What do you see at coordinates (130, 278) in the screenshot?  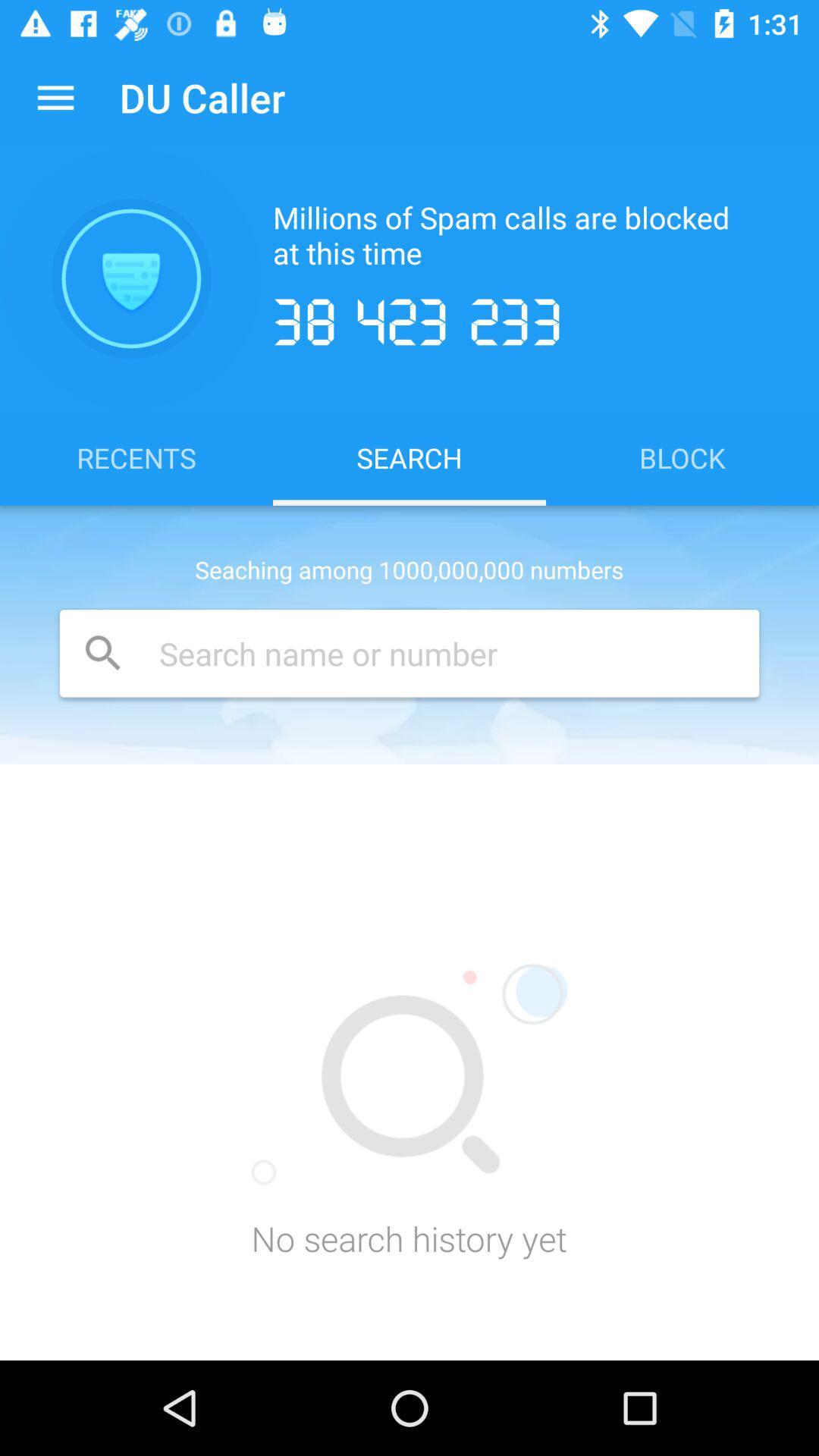 I see `item next to millions of spam icon` at bounding box center [130, 278].